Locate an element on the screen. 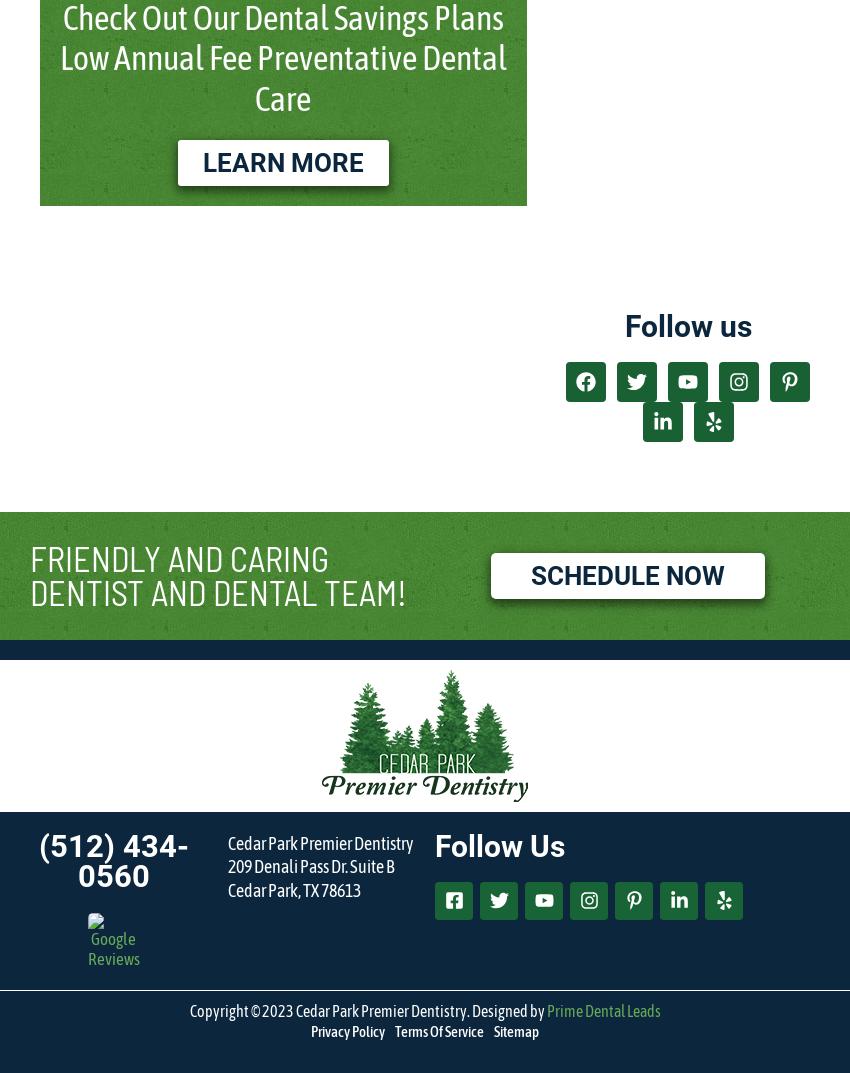  'LEARN MORE' is located at coordinates (281, 161).